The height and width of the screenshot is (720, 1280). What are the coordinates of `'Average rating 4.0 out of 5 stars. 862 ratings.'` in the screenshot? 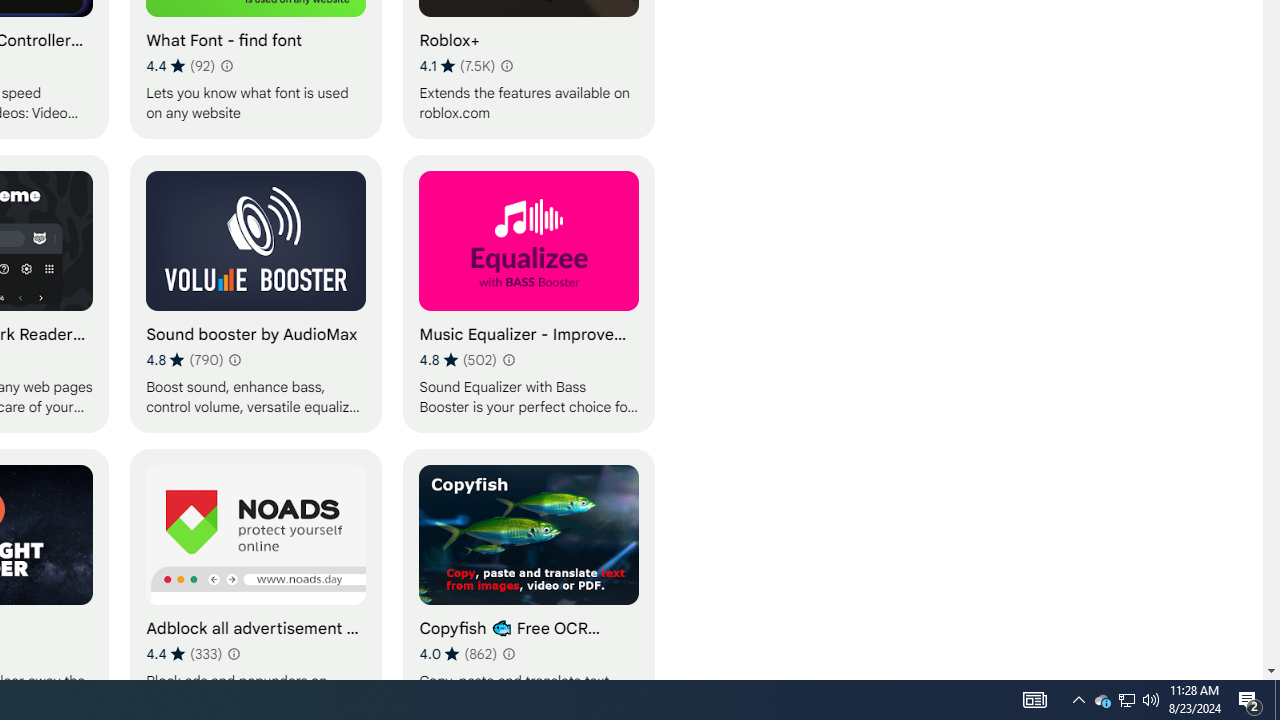 It's located at (457, 653).